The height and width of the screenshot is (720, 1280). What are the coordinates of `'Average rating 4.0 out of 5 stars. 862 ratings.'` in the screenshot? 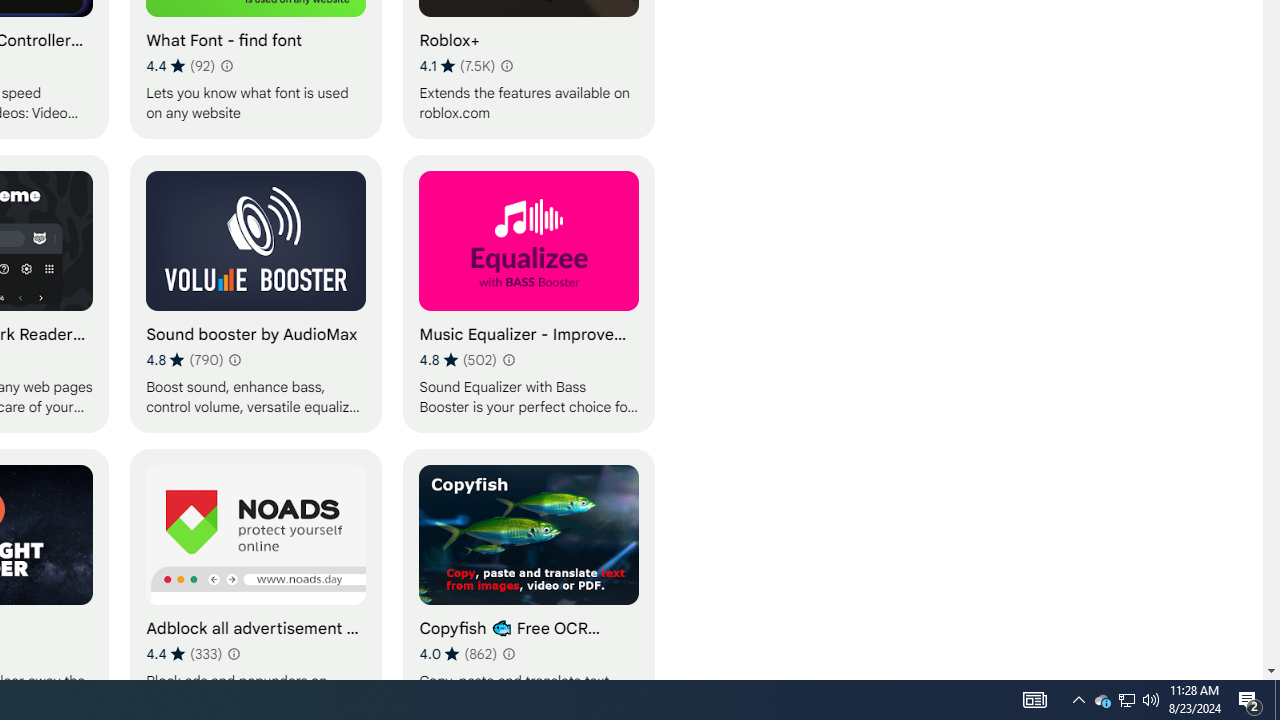 It's located at (457, 653).